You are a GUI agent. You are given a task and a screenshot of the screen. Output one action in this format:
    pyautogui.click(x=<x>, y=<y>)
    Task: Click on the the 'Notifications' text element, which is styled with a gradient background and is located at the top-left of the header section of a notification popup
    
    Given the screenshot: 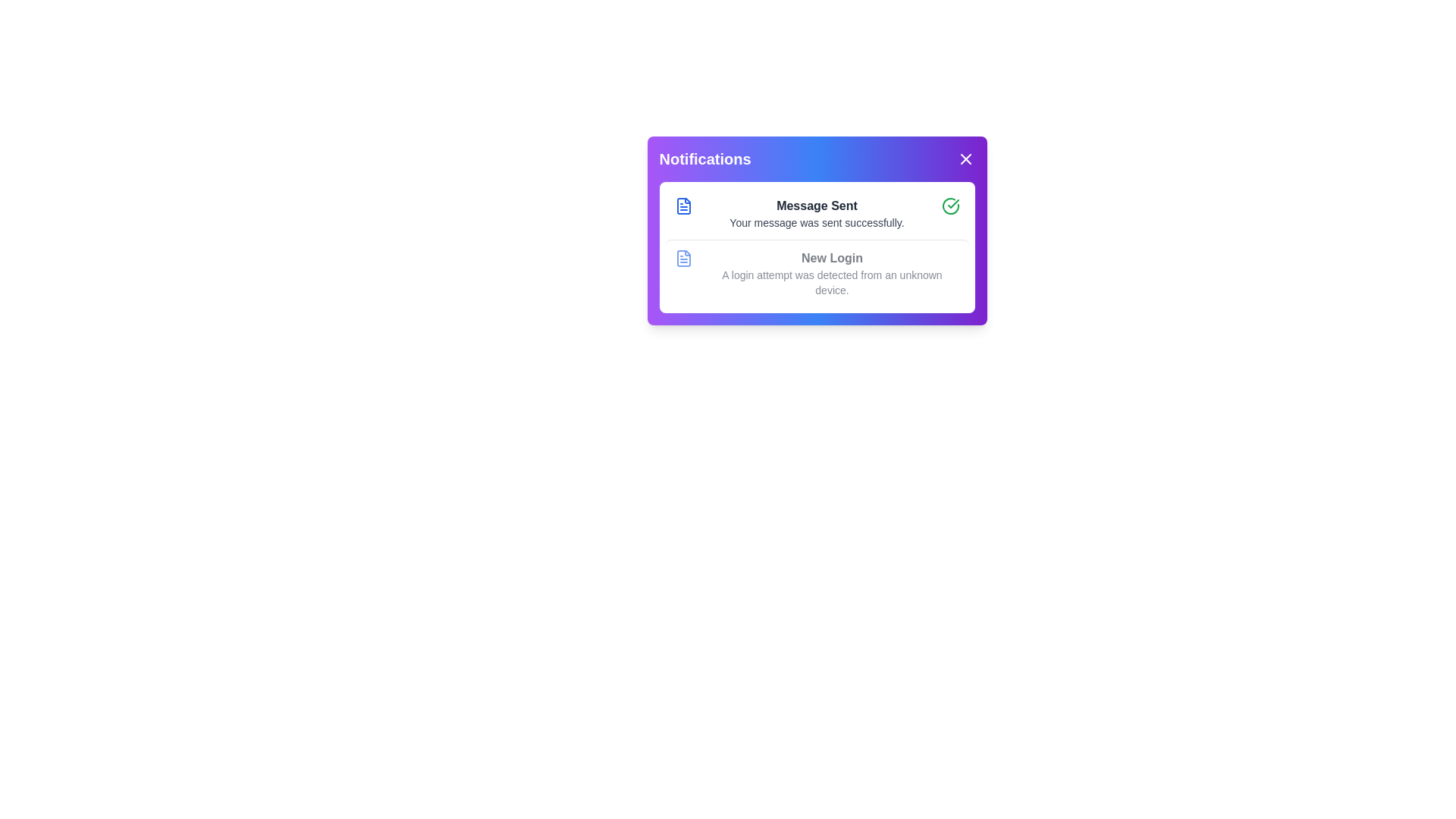 What is the action you would take?
    pyautogui.click(x=704, y=158)
    